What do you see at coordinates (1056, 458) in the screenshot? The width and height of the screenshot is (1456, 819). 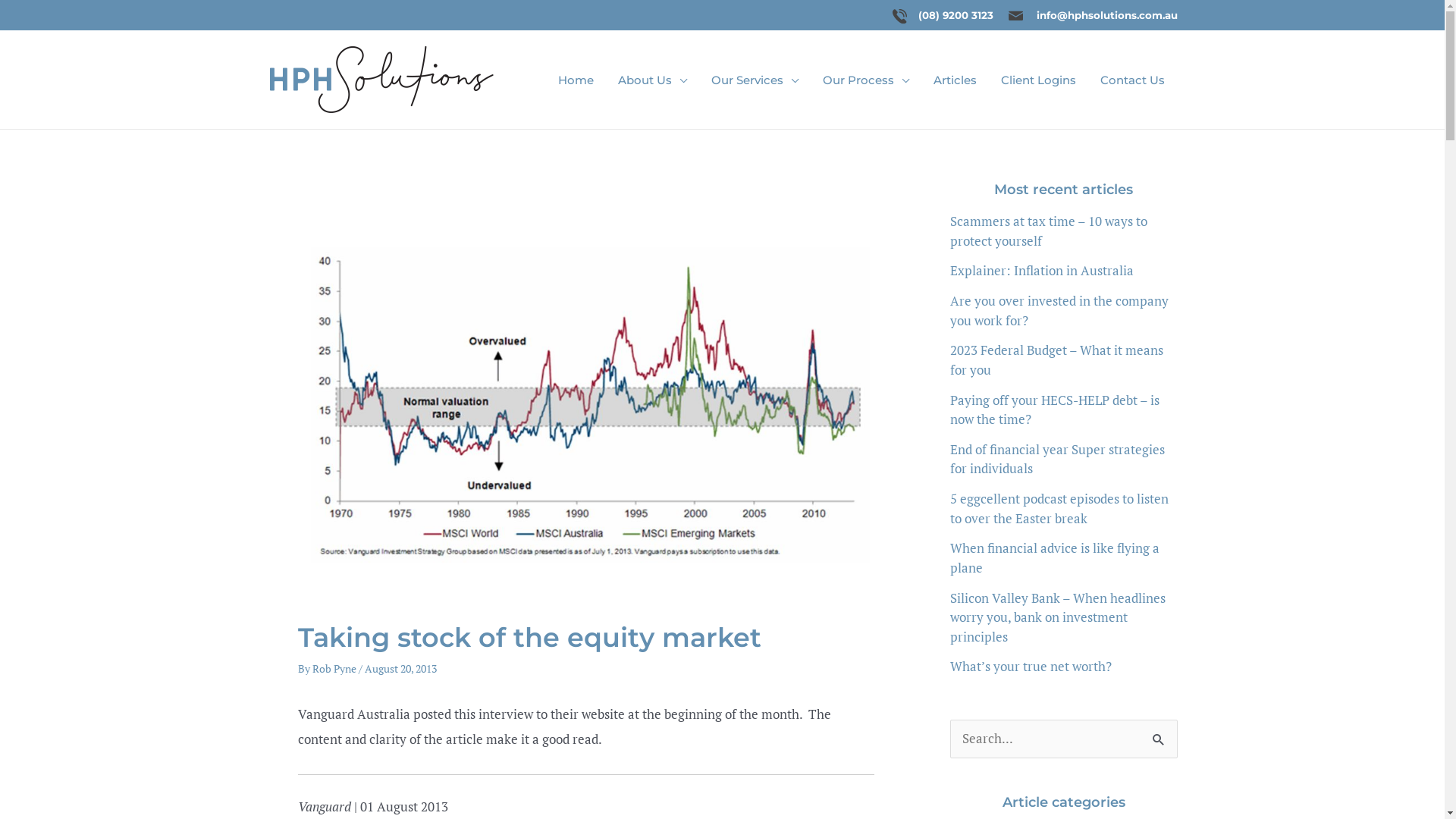 I see `'End of financial year Super strategies for individuals'` at bounding box center [1056, 458].